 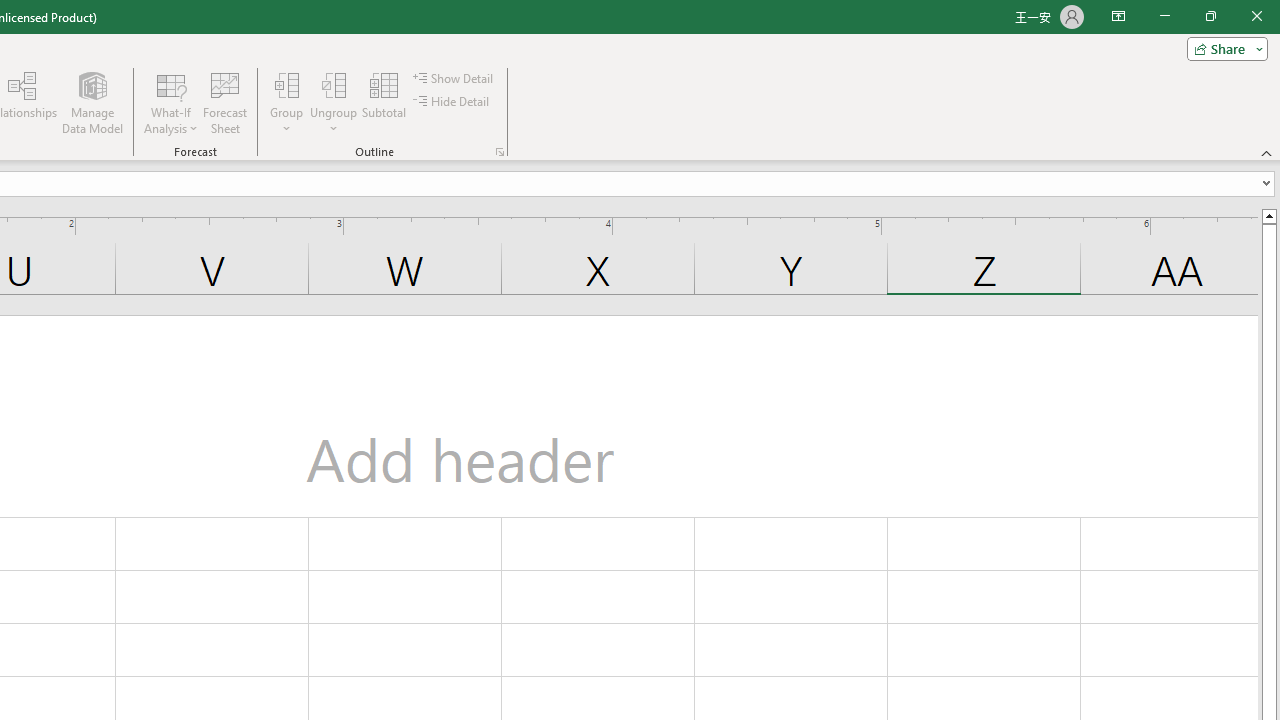 What do you see at coordinates (225, 103) in the screenshot?
I see `'Forecast Sheet'` at bounding box center [225, 103].